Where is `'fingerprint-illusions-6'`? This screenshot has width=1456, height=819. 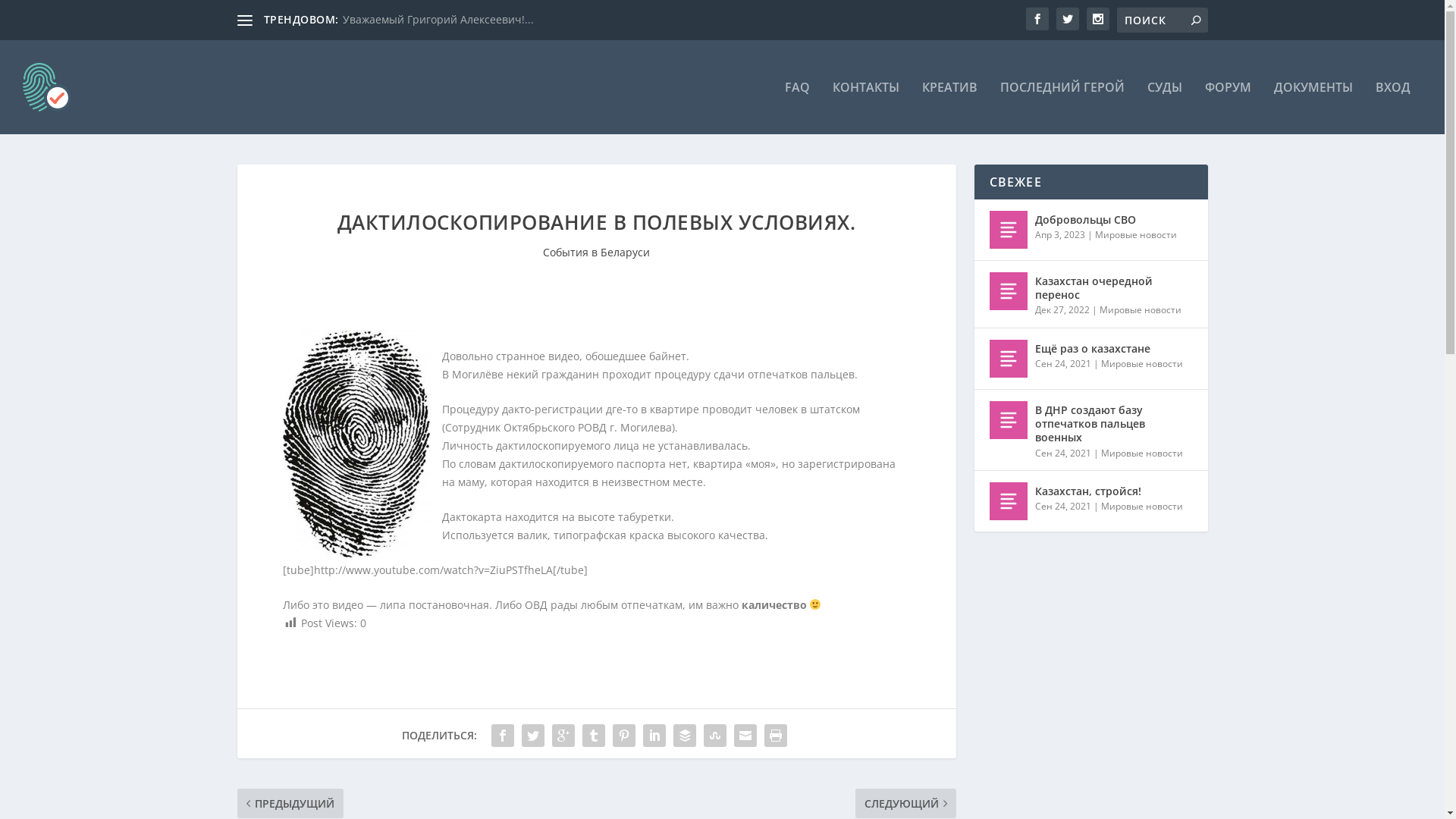
'fingerprint-illusions-6' is located at coordinates (355, 444).